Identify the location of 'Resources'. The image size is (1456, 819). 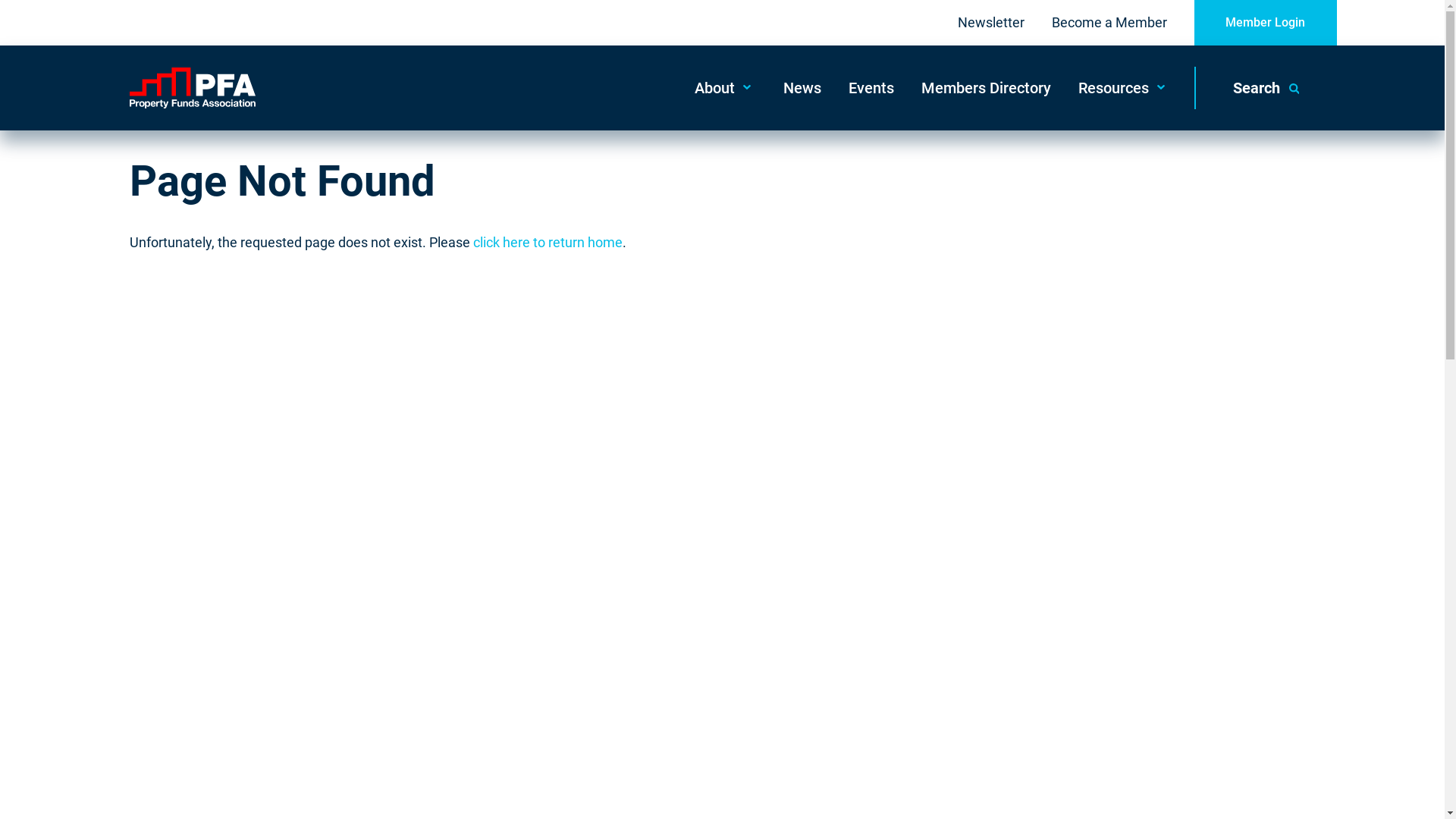
(1124, 87).